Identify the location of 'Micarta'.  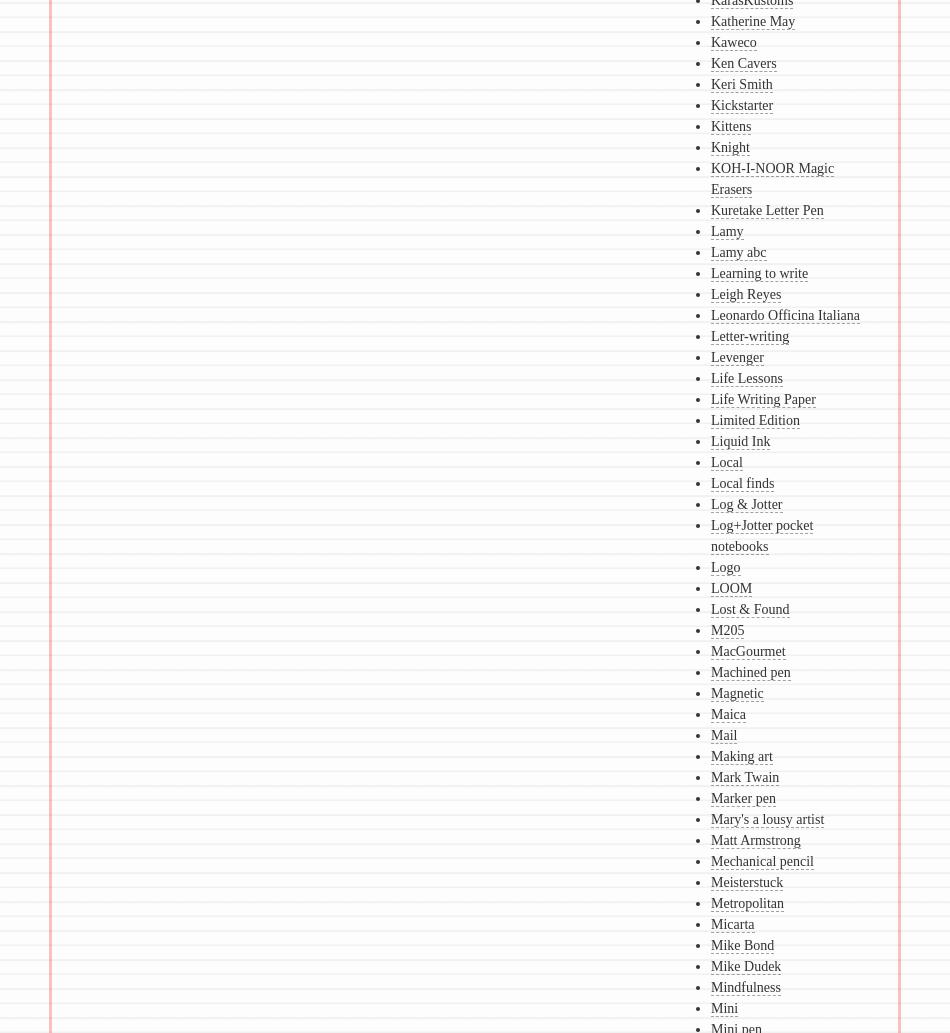
(730, 923).